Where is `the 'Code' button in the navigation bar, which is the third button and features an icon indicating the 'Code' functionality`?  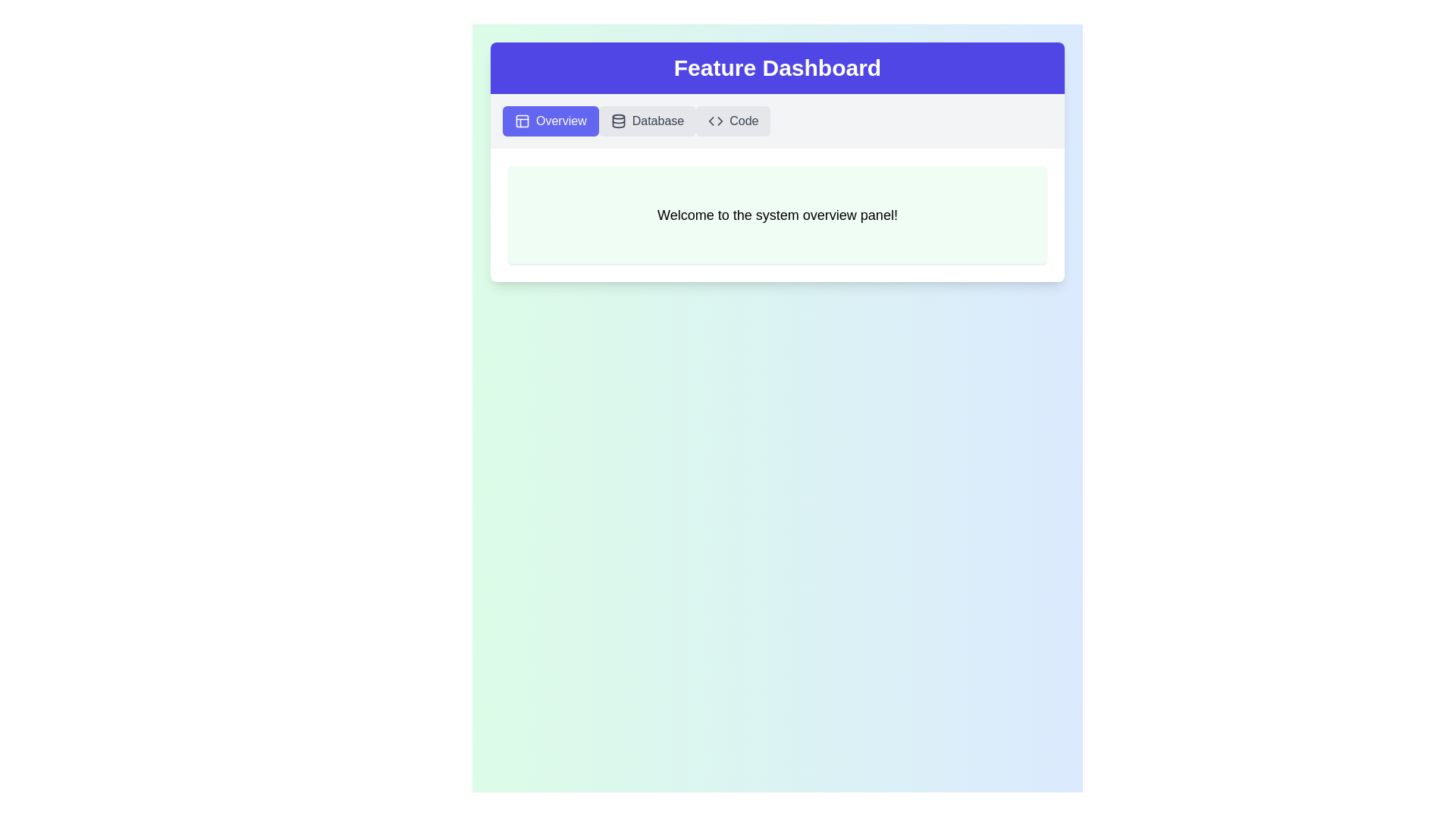 the 'Code' button in the navigation bar, which is the third button and features an icon indicating the 'Code' functionality is located at coordinates (715, 120).